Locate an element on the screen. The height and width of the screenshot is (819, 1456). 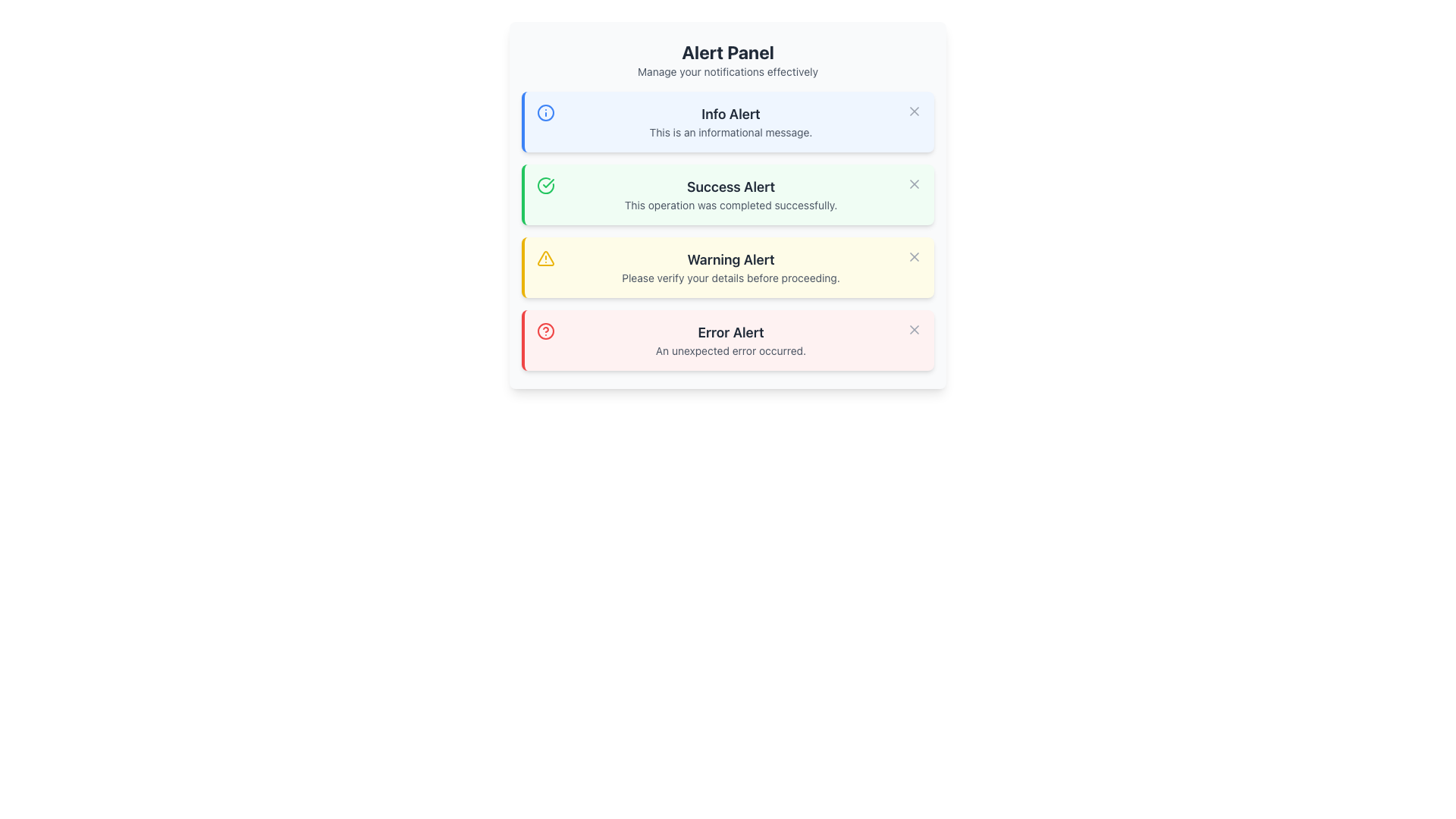
success notification message from the second notification box, which is located below the blue 'Info Alert' is located at coordinates (728, 194).